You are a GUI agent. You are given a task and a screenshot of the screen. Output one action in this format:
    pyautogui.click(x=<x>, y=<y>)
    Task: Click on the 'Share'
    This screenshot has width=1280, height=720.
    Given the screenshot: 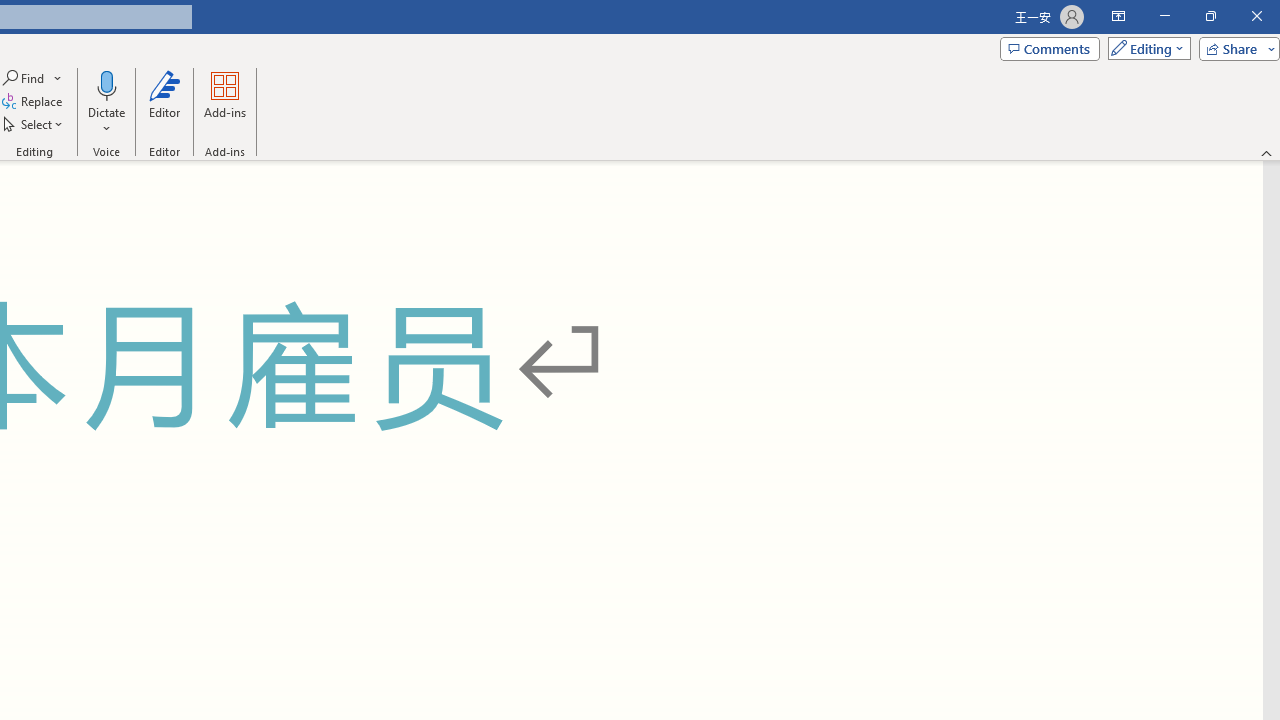 What is the action you would take?
    pyautogui.click(x=1234, y=47)
    